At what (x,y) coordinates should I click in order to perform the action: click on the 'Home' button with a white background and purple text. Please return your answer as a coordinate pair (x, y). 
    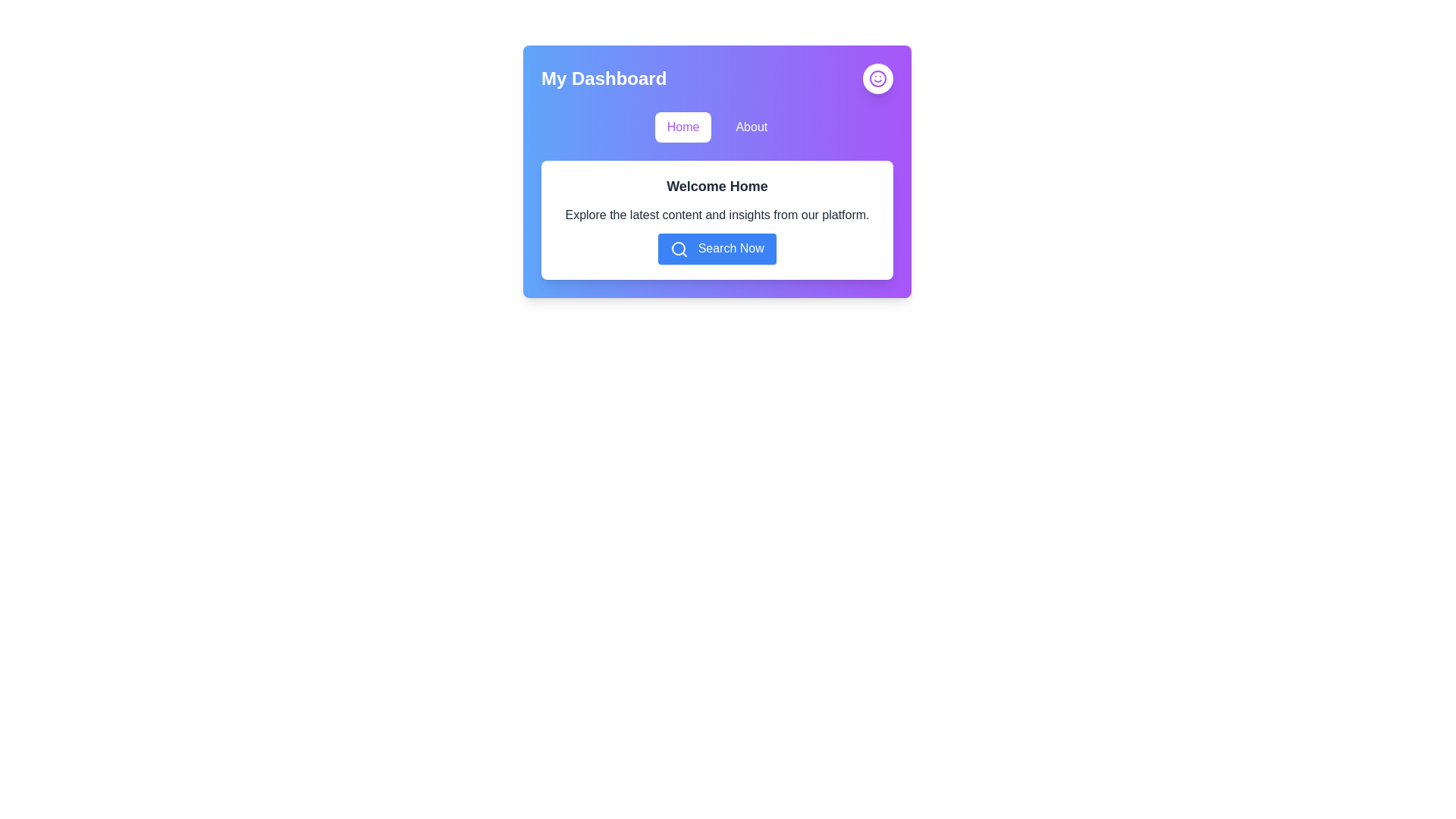
    Looking at the image, I should click on (682, 127).